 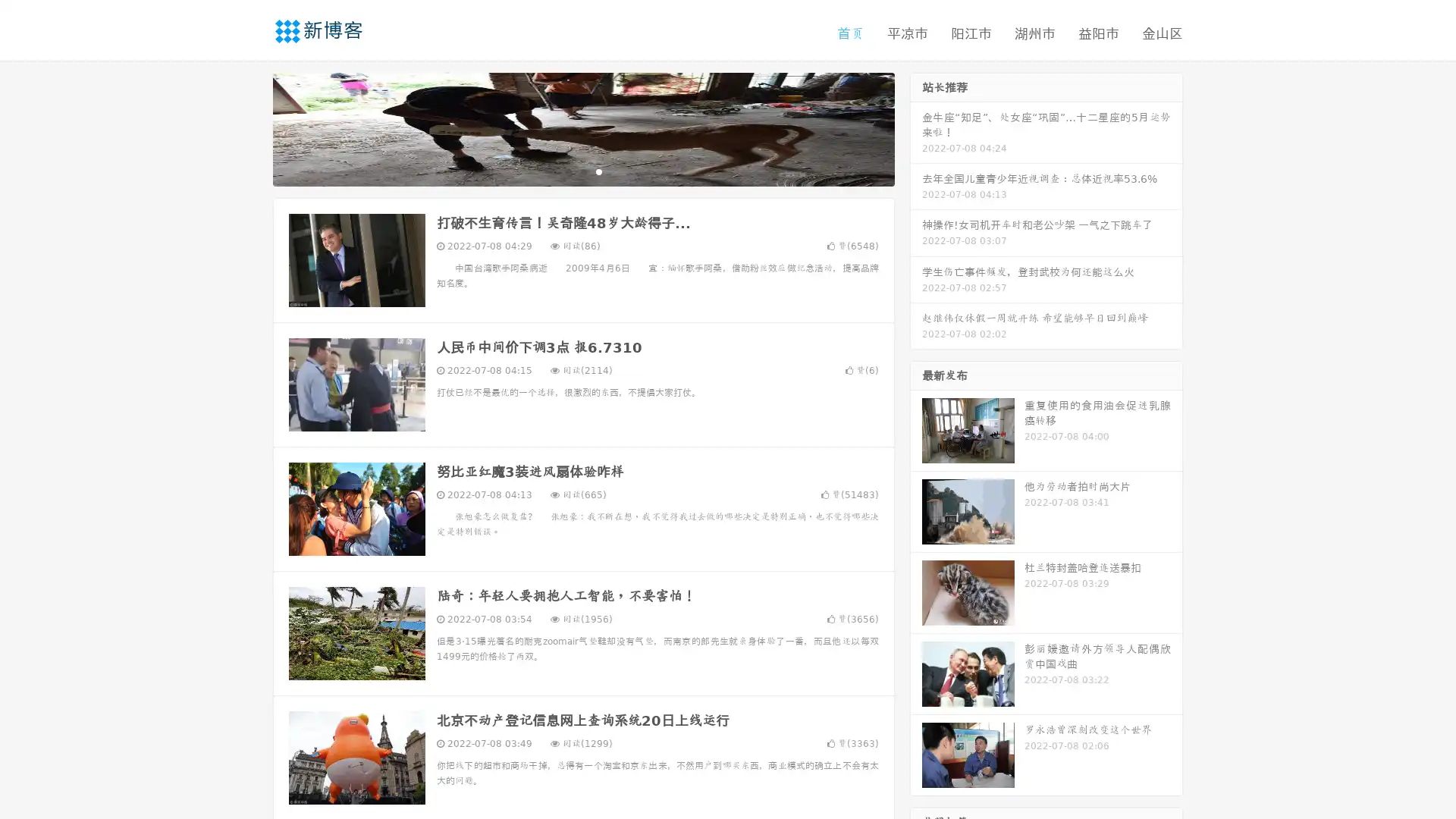 I want to click on Go to slide 2, so click(x=582, y=171).